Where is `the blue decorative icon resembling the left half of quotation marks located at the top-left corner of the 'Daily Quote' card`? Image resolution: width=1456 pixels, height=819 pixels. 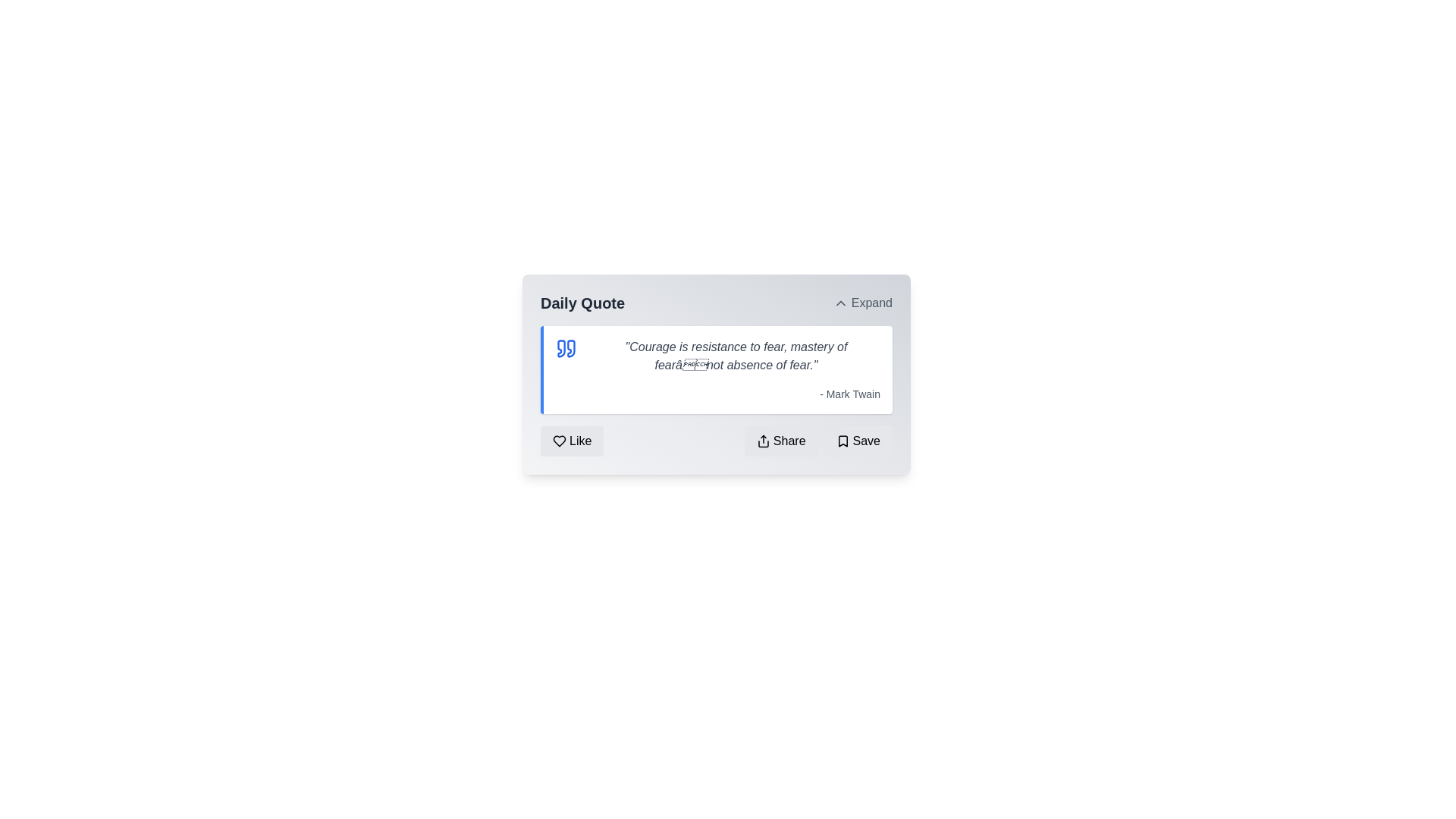 the blue decorative icon resembling the left half of quotation marks located at the top-left corner of the 'Daily Quote' card is located at coordinates (560, 348).